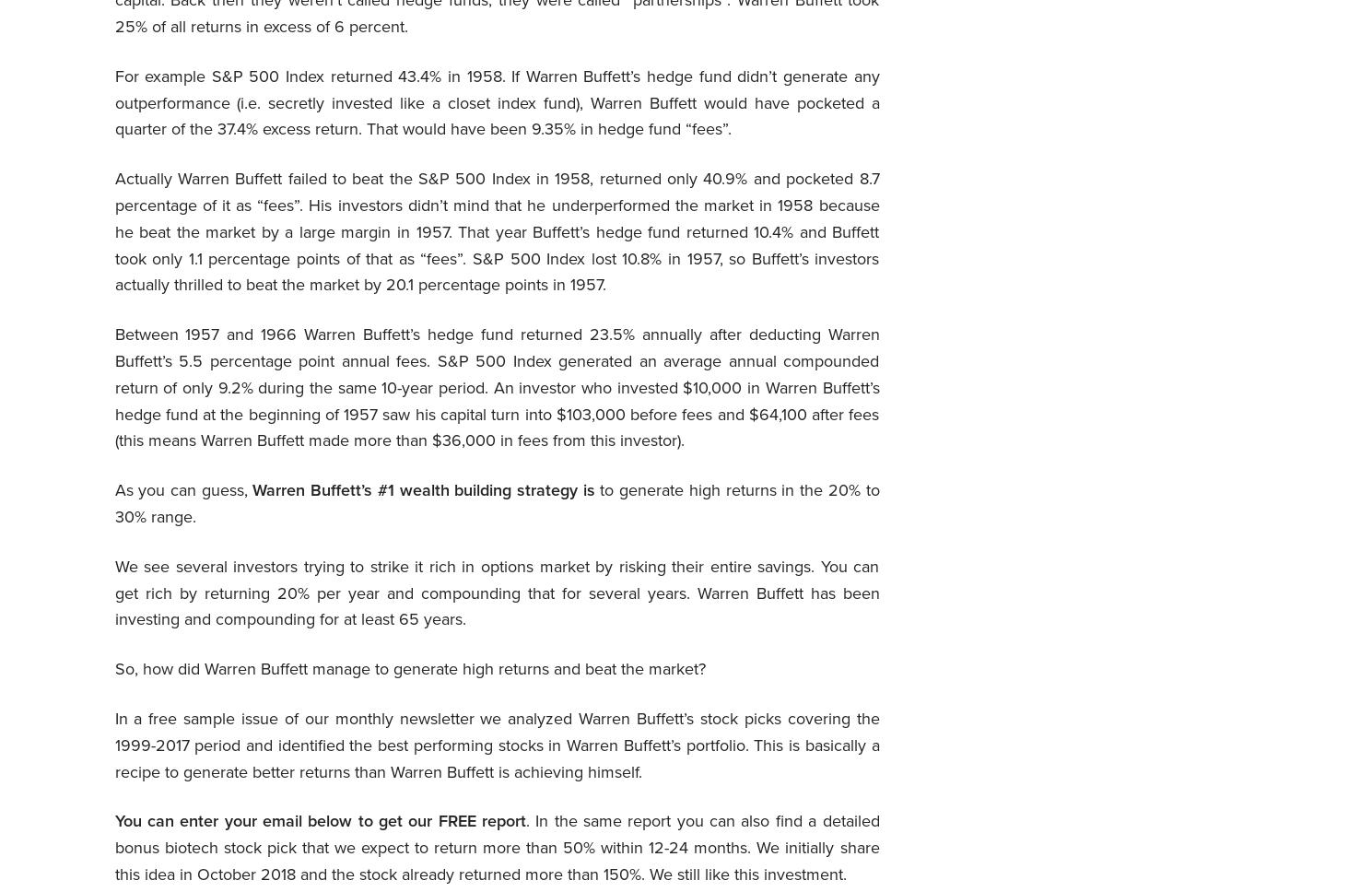 The width and height of the screenshot is (1372, 892). Describe the element at coordinates (423, 489) in the screenshot. I see `'Warren Buffett’s #1 wealth building strategy is'` at that location.